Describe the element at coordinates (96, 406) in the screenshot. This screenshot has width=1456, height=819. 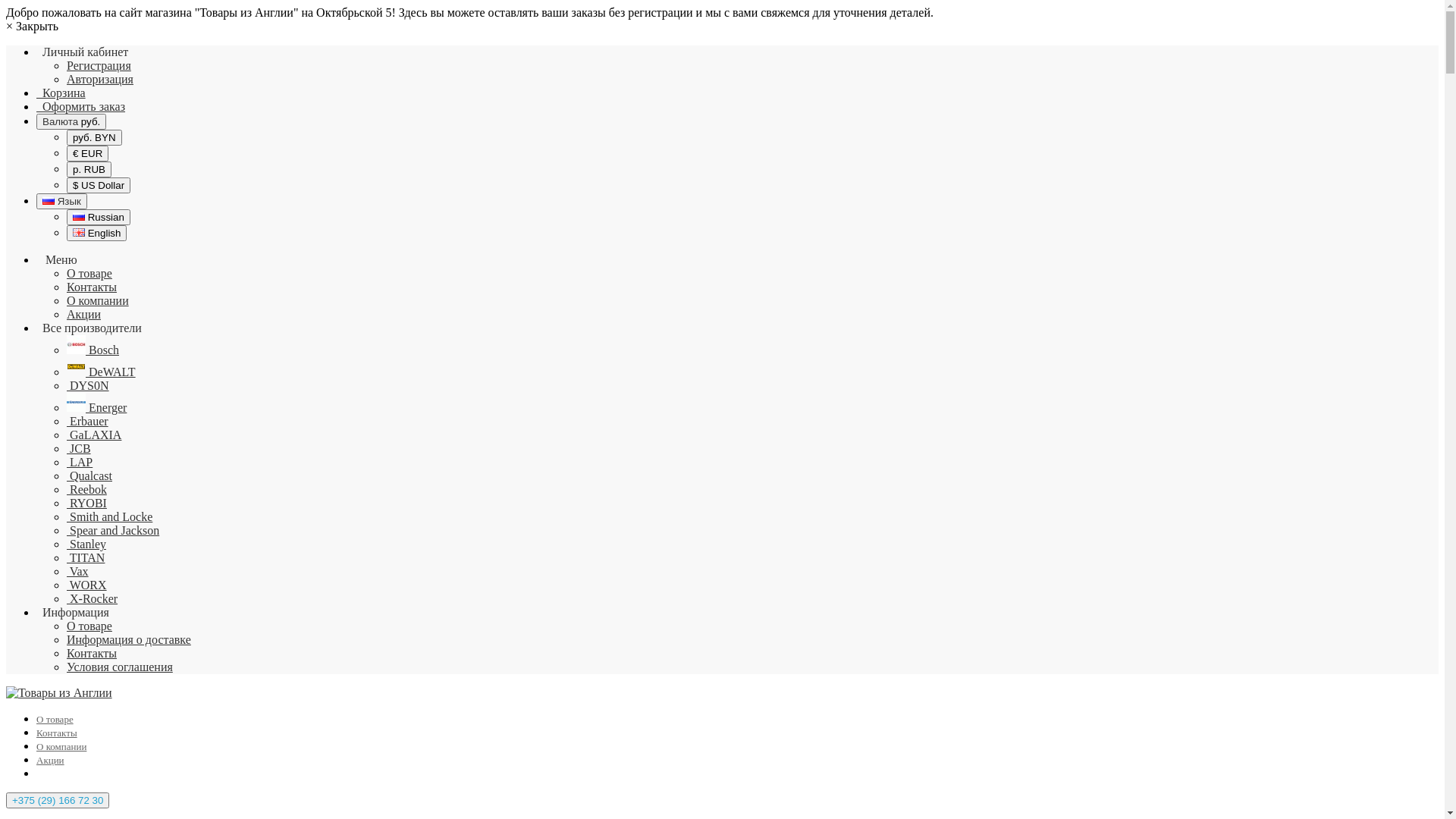
I see `'Energer'` at that location.